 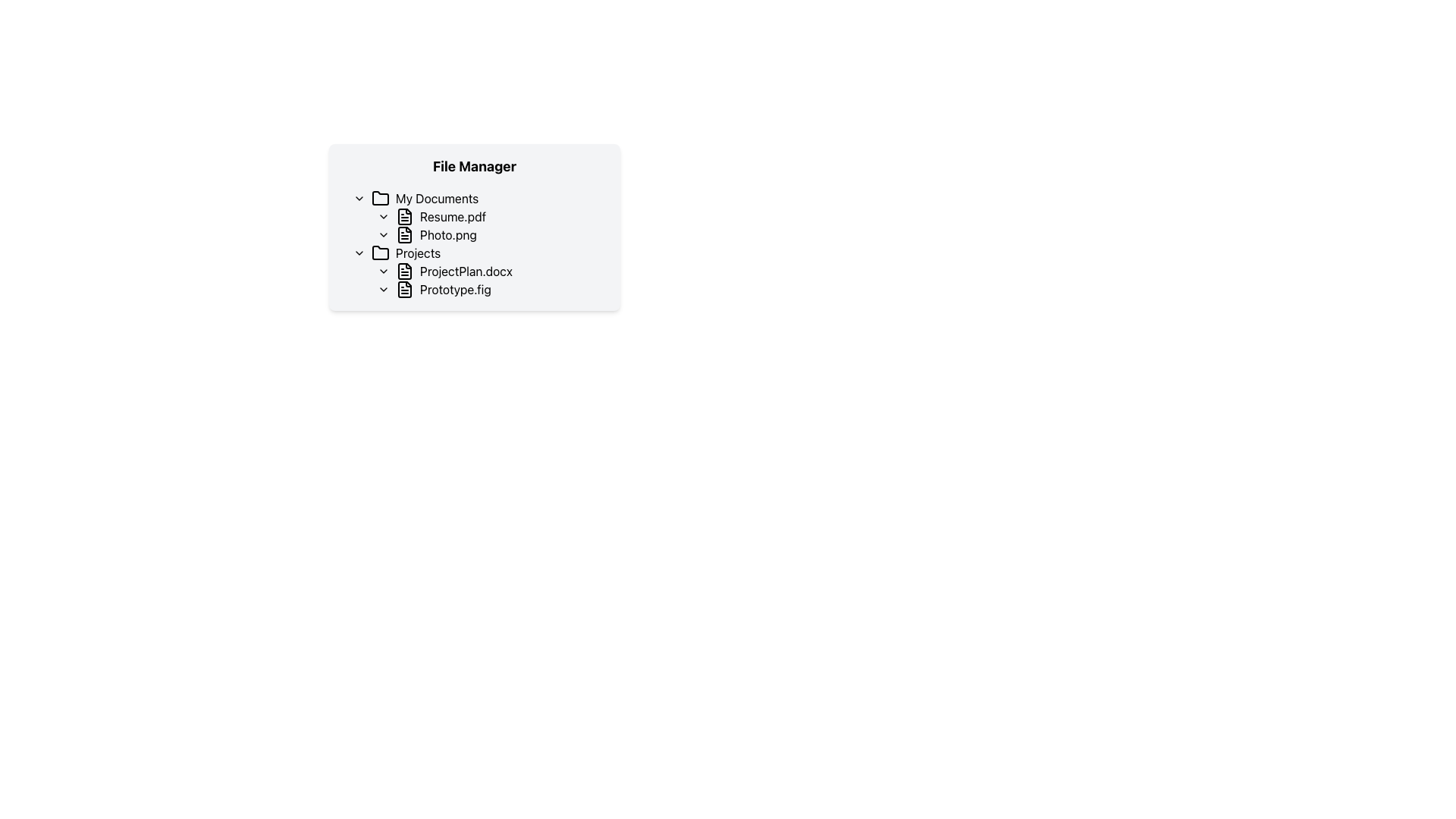 What do you see at coordinates (381, 251) in the screenshot?
I see `the Folder icon associated with the 'Projects' folder in the file manager, which is located immediately before the text label 'Projects'` at bounding box center [381, 251].